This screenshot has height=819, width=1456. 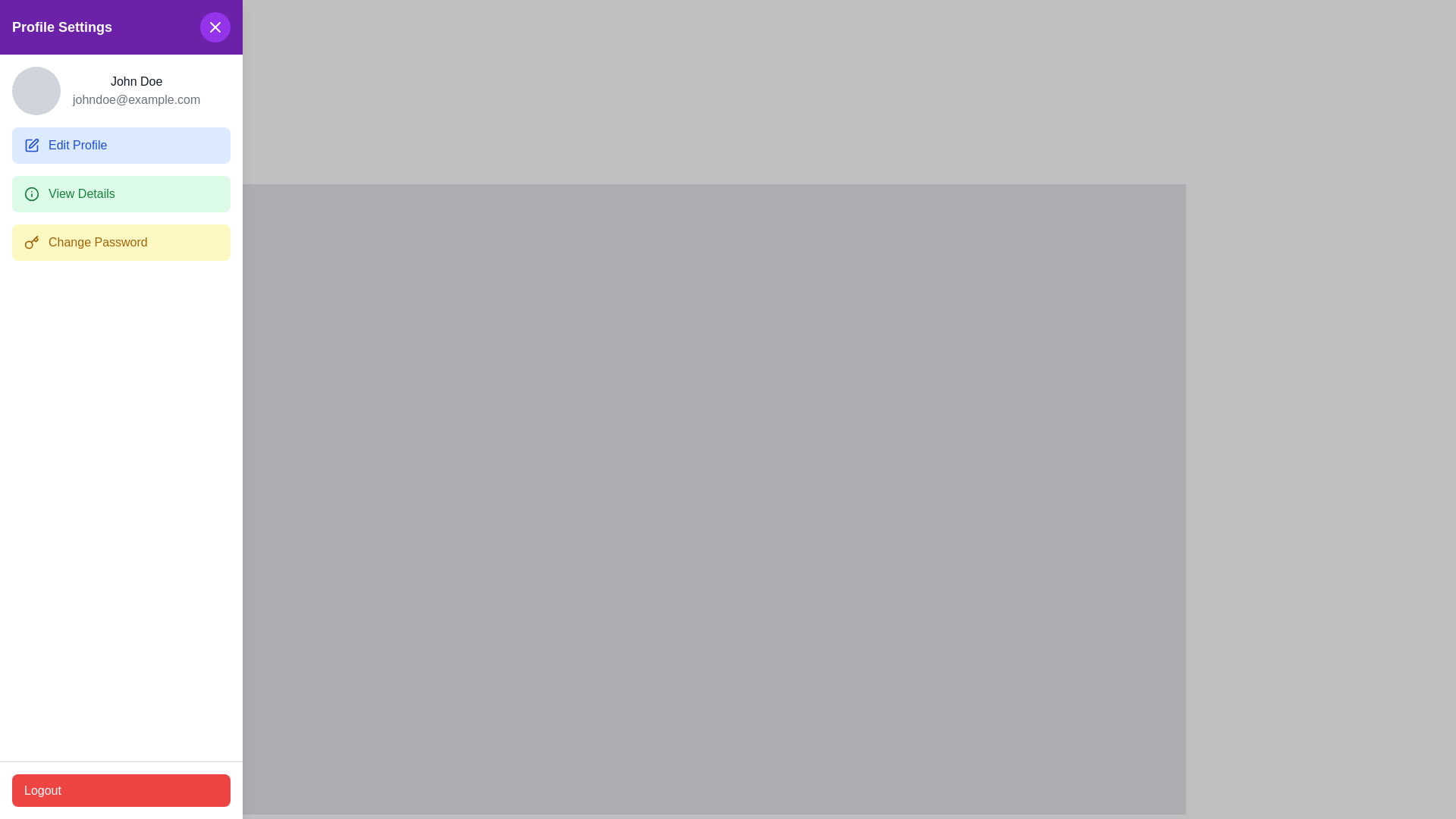 I want to click on the minimalist SVG circle graphic component located in the sidebar interface, so click(x=32, y=193).